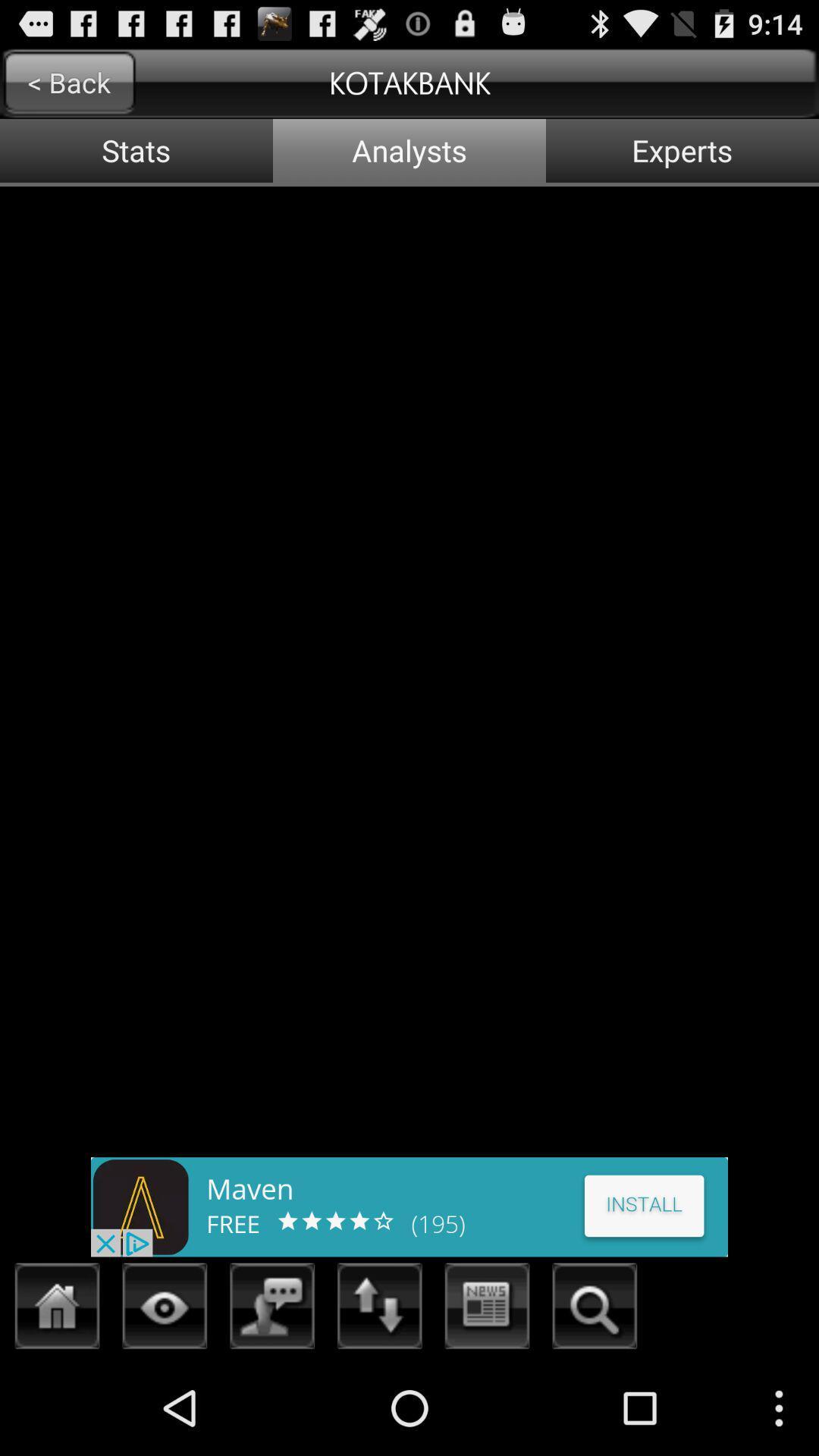  What do you see at coordinates (165, 1310) in the screenshot?
I see `eye` at bounding box center [165, 1310].